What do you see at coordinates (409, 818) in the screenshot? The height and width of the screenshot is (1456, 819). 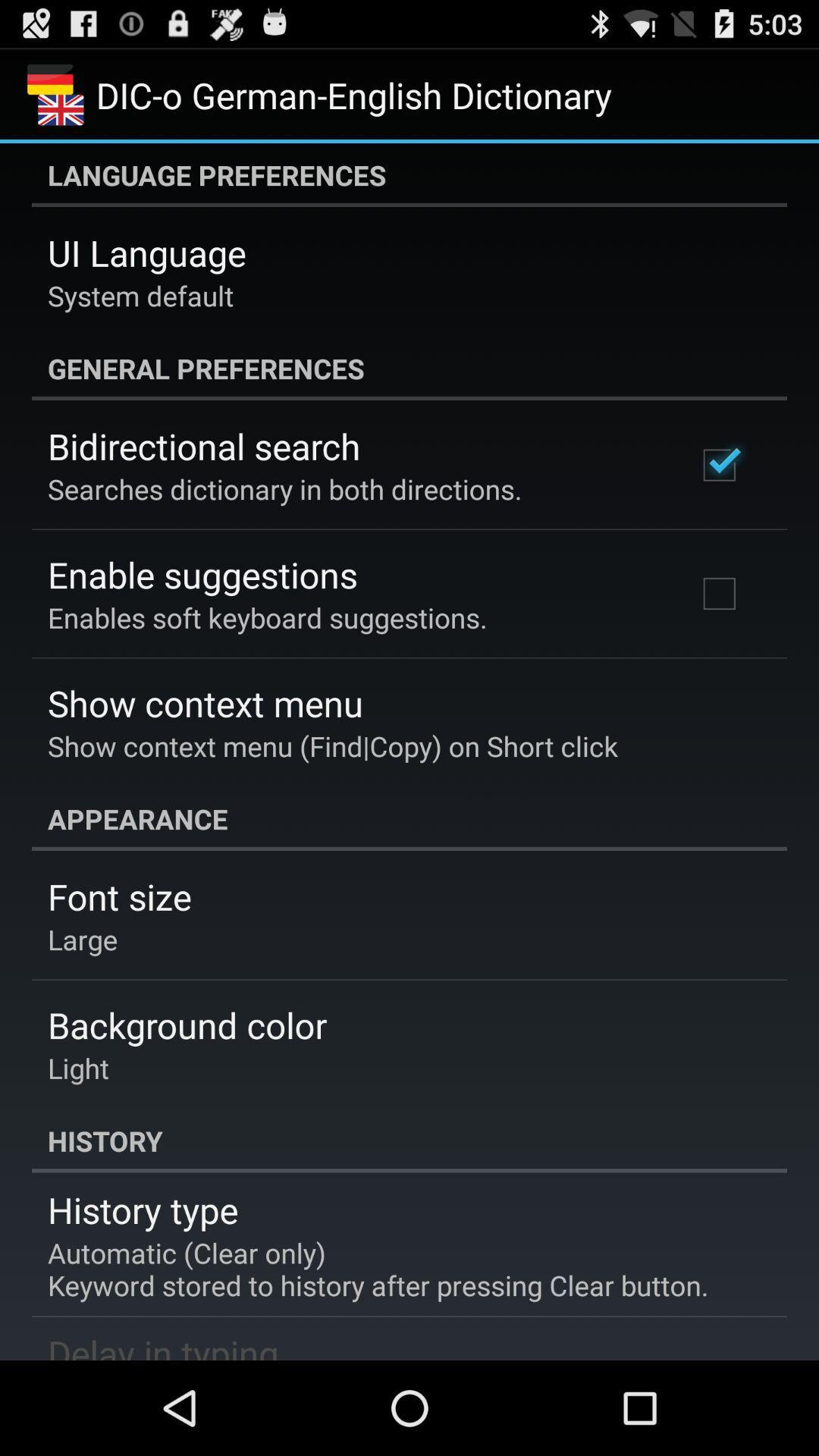 I see `appearance item` at bounding box center [409, 818].